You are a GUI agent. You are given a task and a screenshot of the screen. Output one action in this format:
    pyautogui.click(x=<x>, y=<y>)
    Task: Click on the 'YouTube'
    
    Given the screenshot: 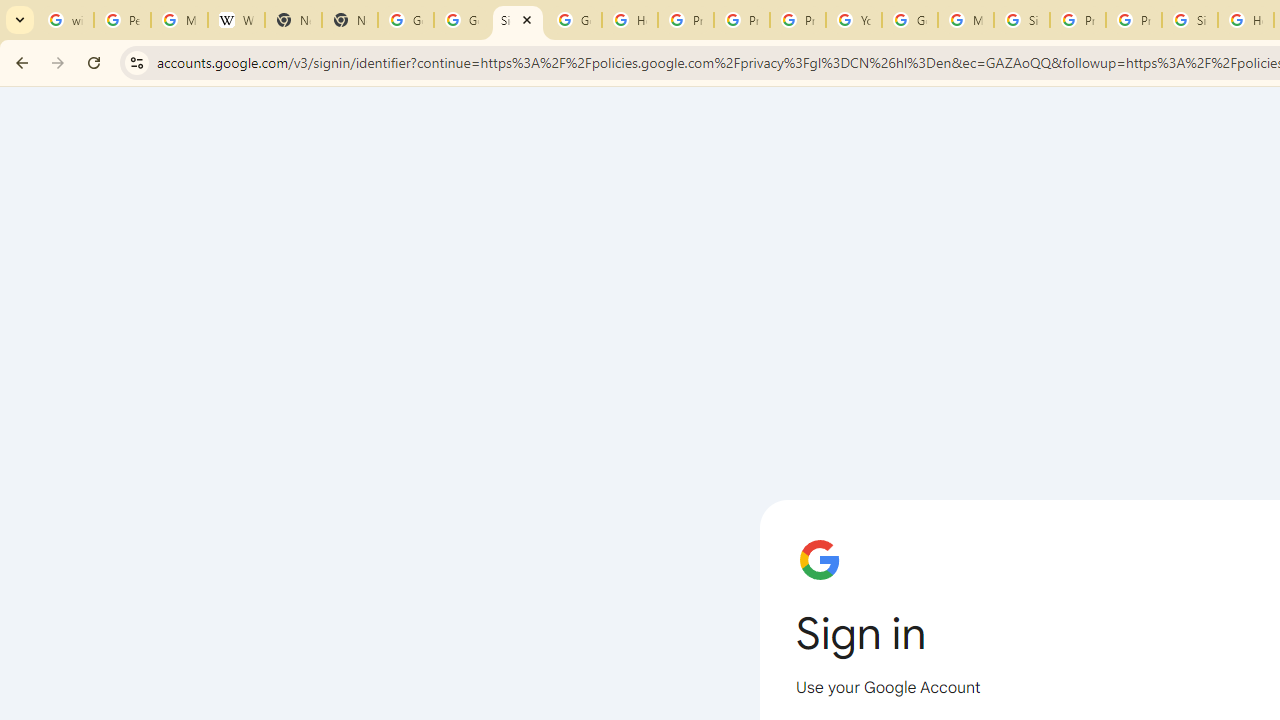 What is the action you would take?
    pyautogui.click(x=853, y=20)
    